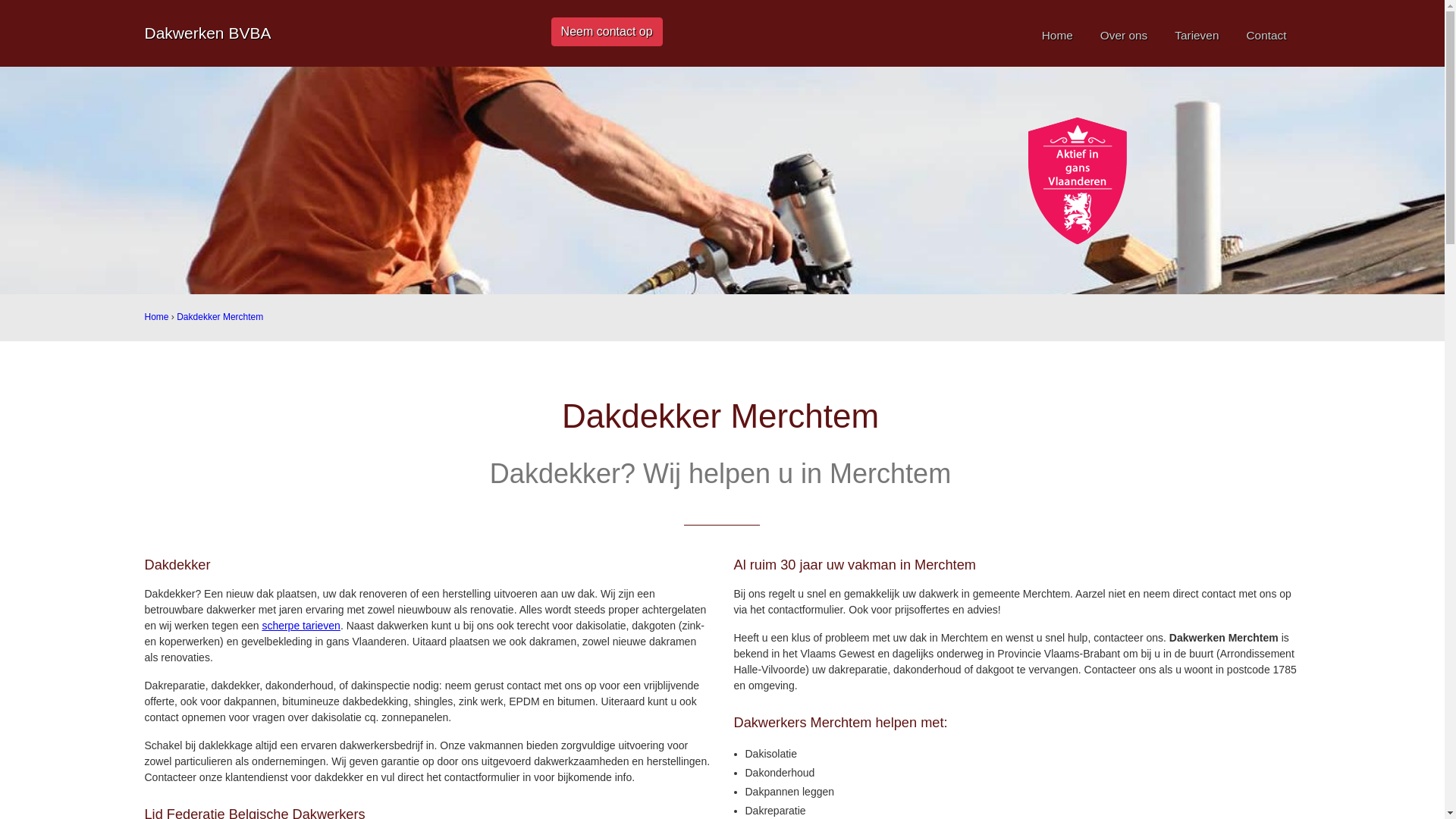 The width and height of the screenshot is (1456, 819). I want to click on 'Home', so click(1056, 34).